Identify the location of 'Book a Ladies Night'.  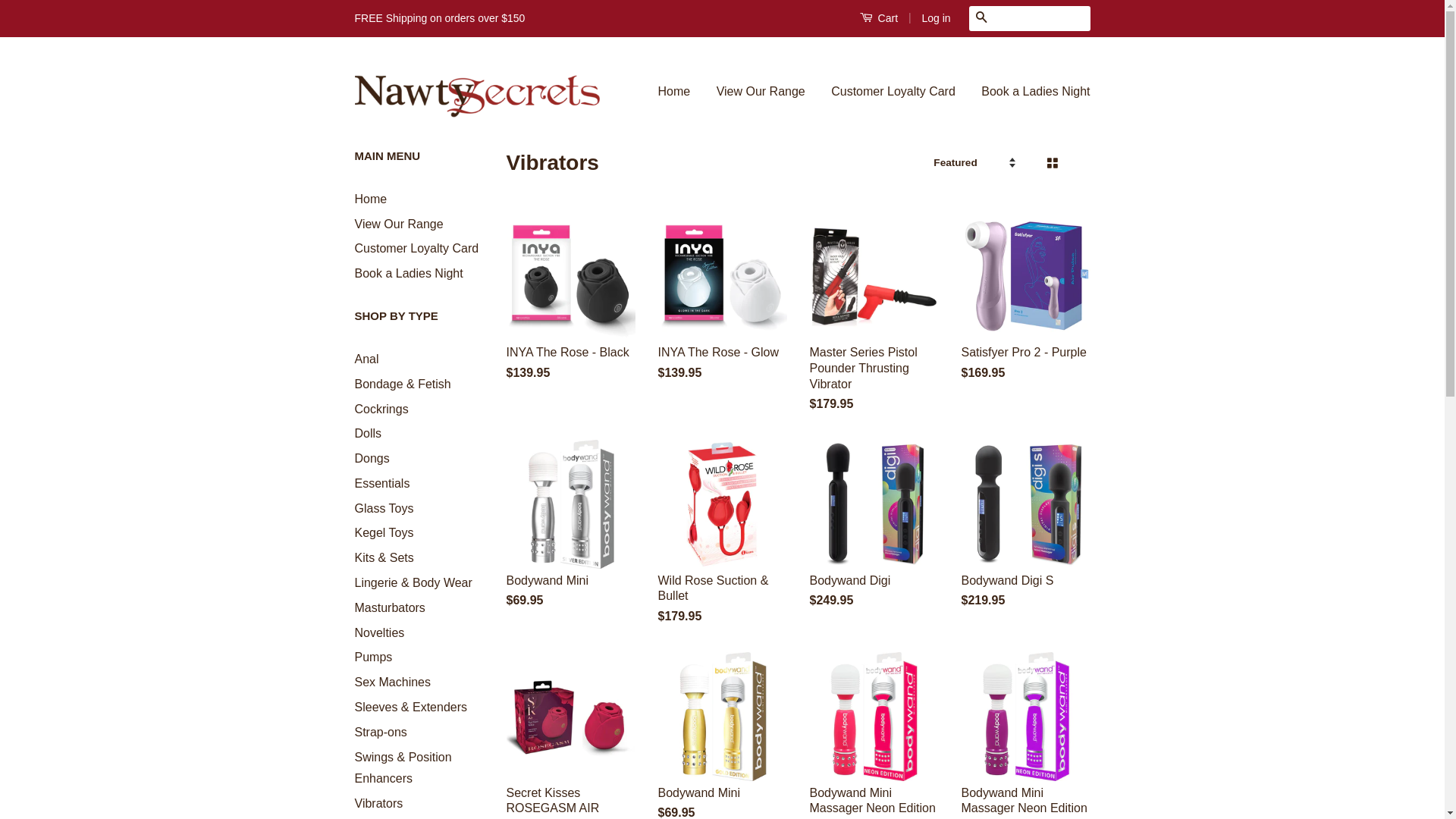
(409, 273).